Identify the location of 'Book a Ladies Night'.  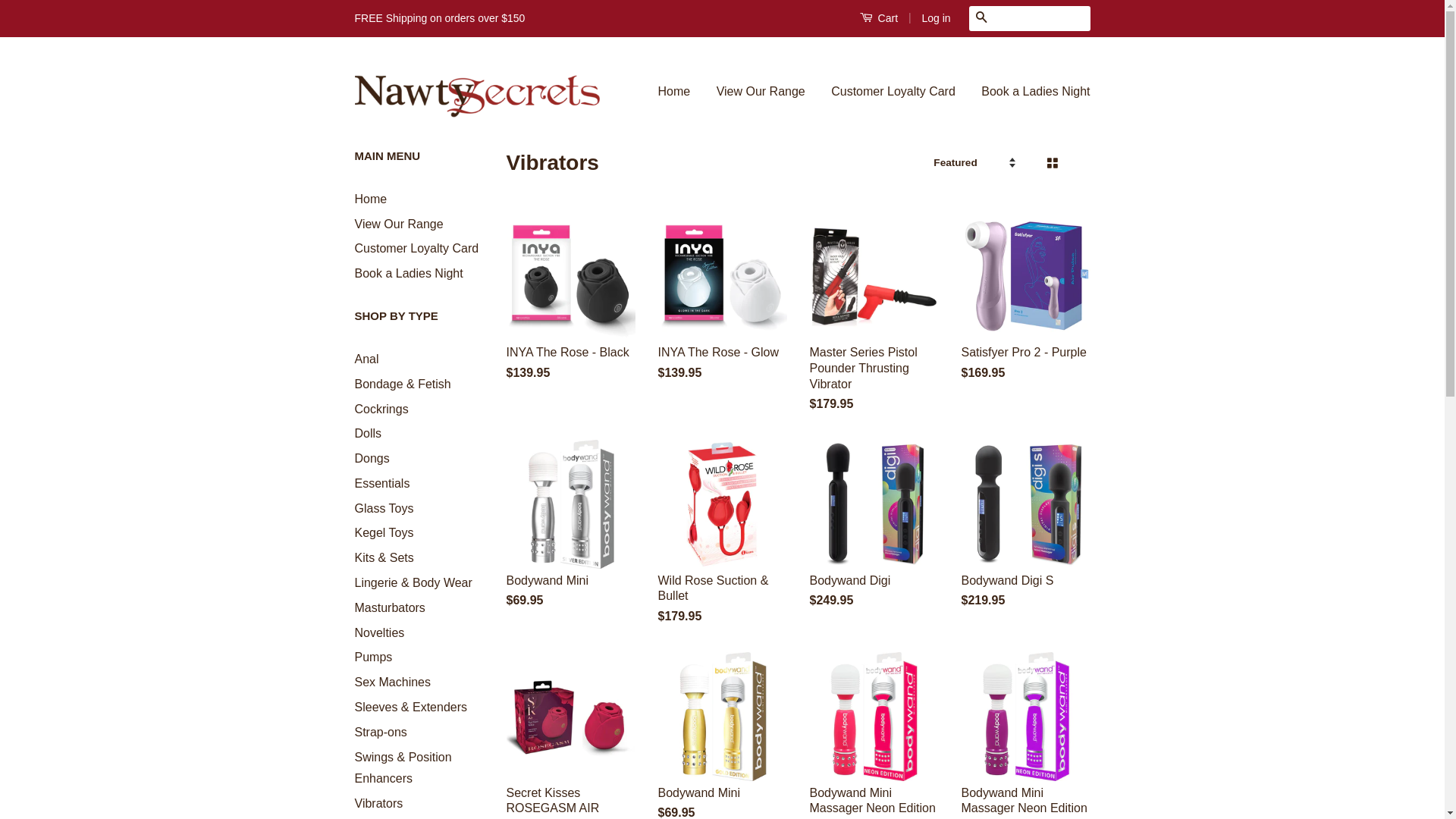
(409, 273).